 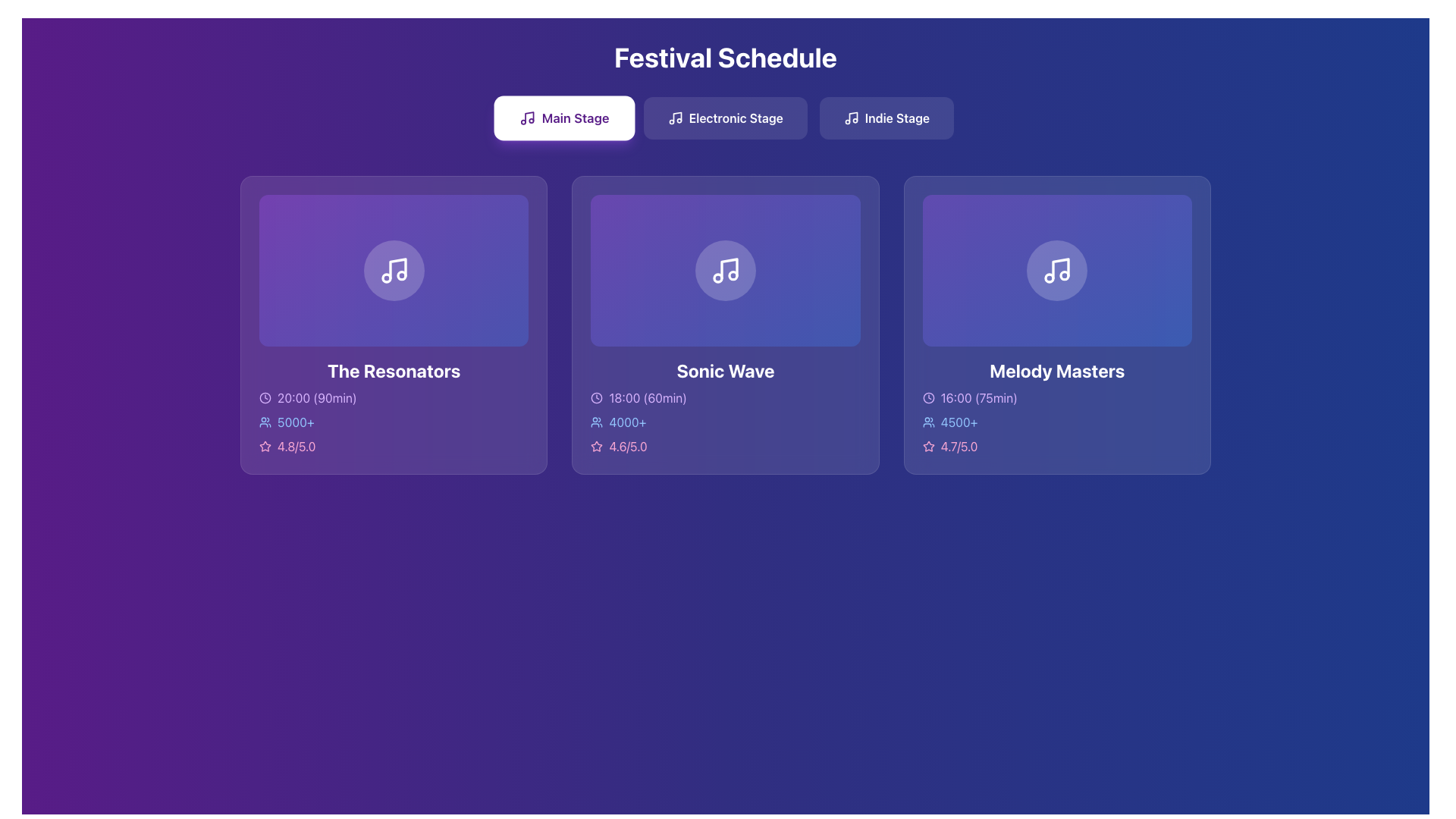 I want to click on the small blue wireframe icon resembling a group of people, located to the left of the text '4500+' in the third concert card labeled 'Melody Masters', so click(x=927, y=422).